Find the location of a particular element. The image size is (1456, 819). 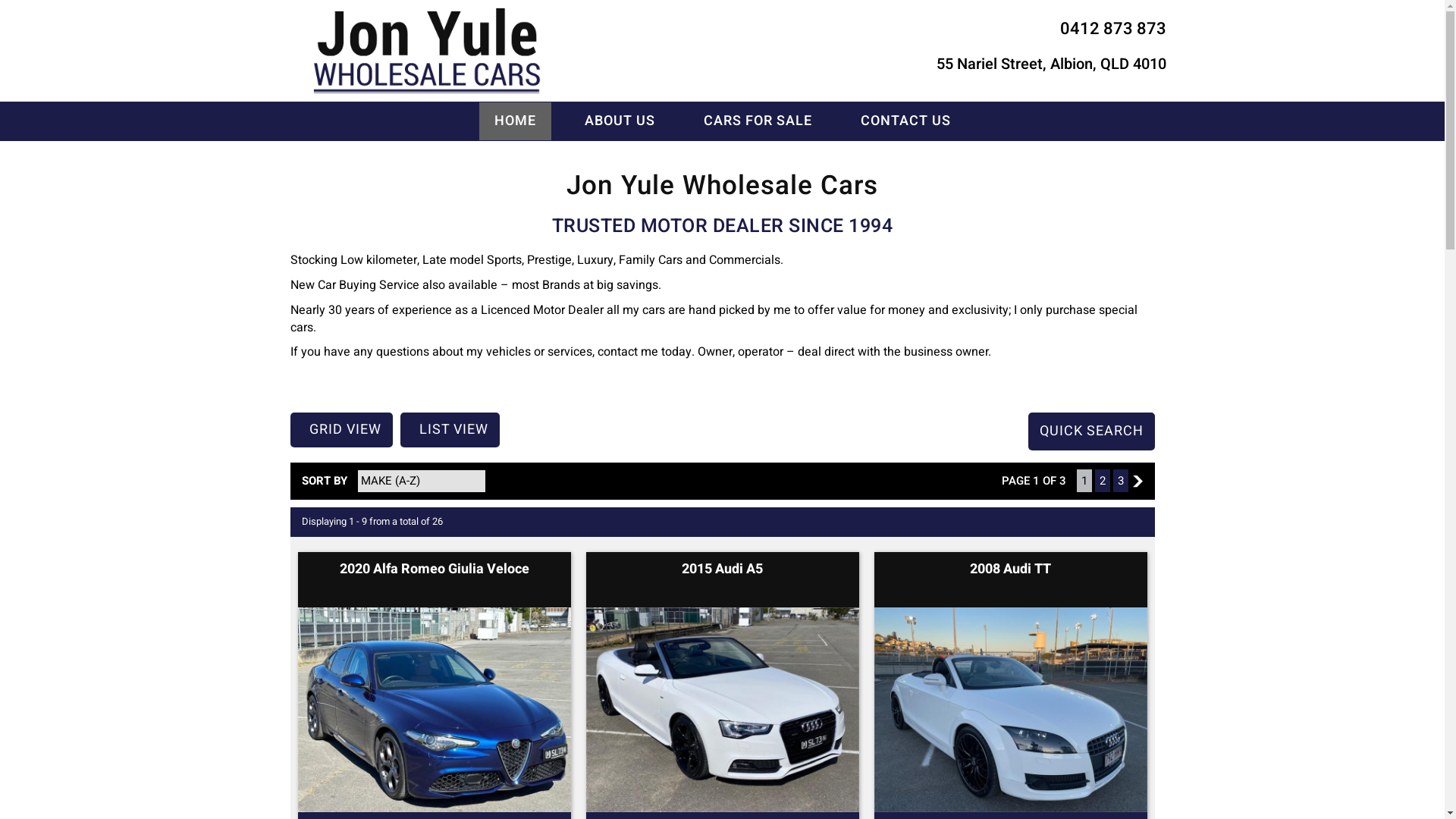

'1' is located at coordinates (1084, 480).